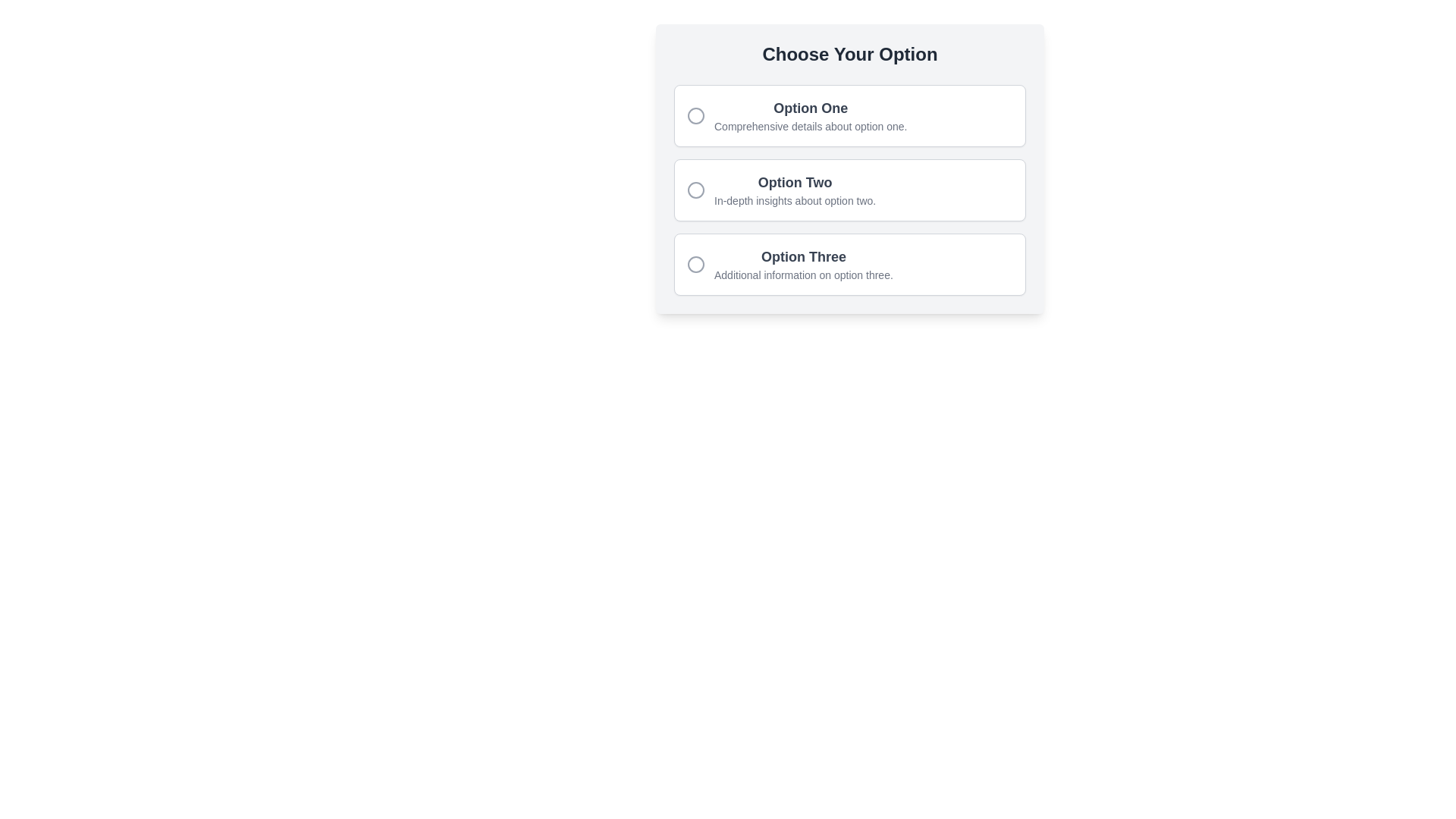 This screenshot has height=819, width=1456. I want to click on the 'Option Two' selectable option card, so click(850, 169).